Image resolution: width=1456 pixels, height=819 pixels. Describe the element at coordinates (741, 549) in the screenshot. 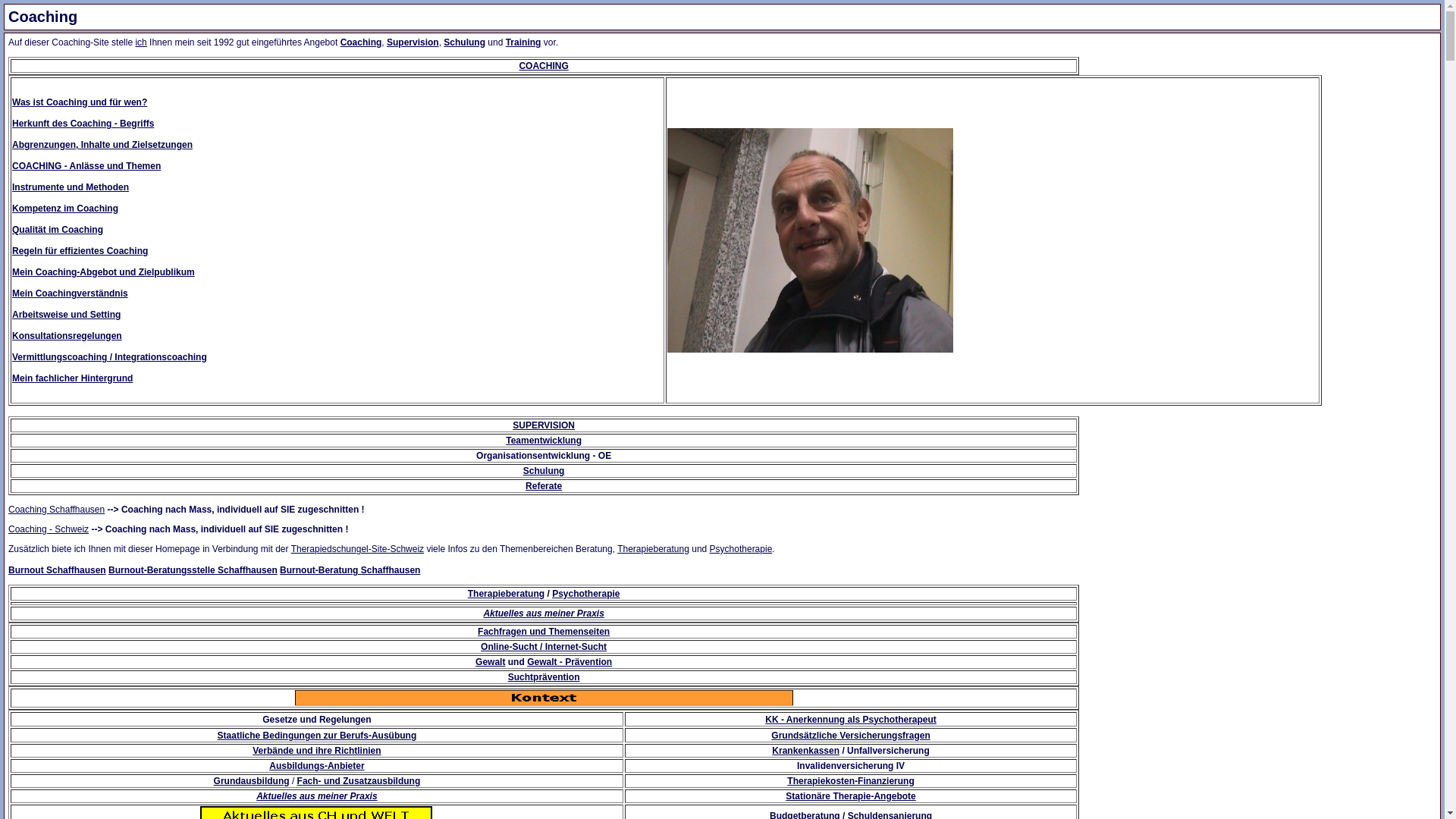

I see `'Psychotherapie'` at that location.